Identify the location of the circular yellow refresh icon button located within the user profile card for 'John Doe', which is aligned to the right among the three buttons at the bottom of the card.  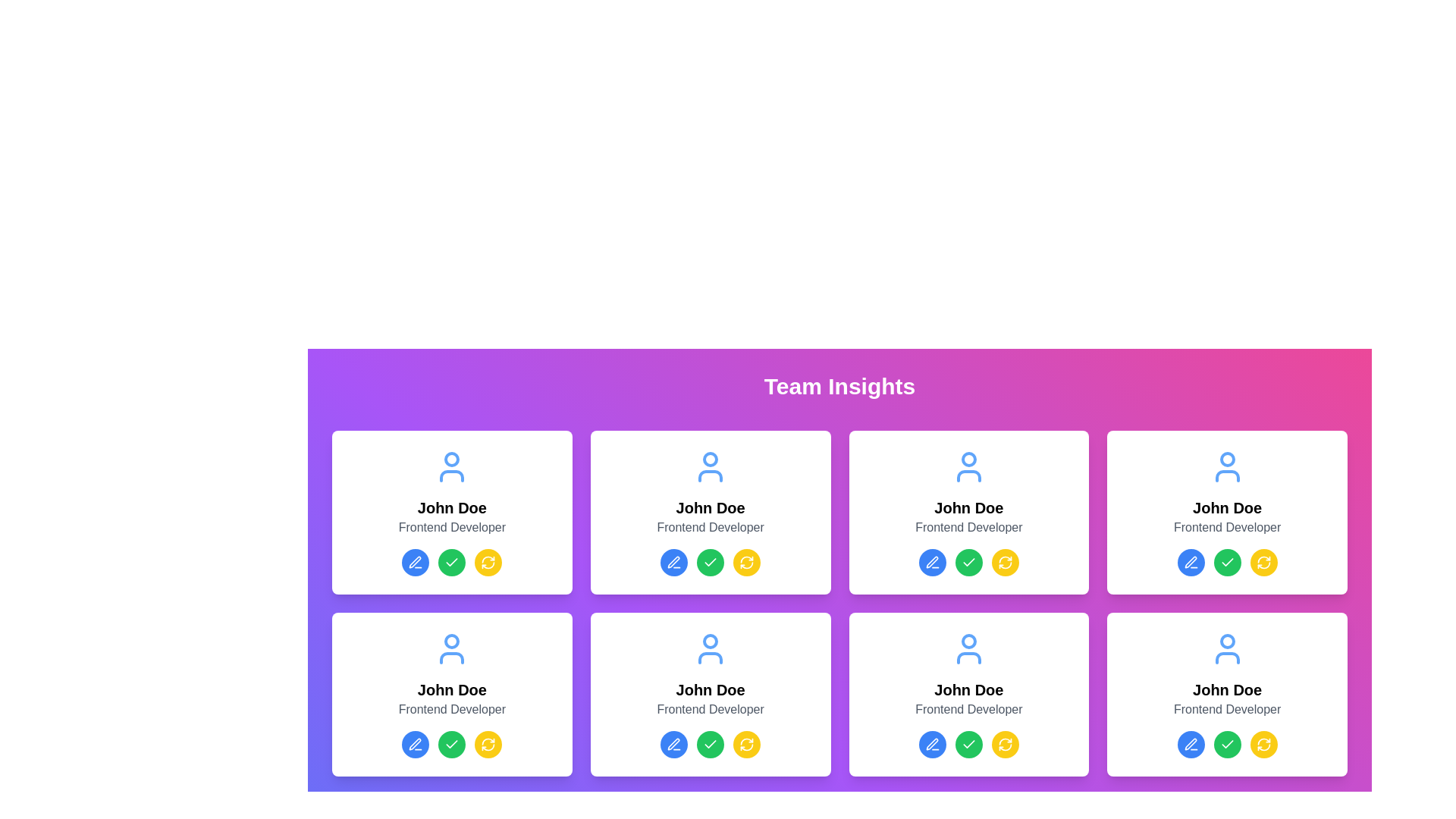
(1005, 744).